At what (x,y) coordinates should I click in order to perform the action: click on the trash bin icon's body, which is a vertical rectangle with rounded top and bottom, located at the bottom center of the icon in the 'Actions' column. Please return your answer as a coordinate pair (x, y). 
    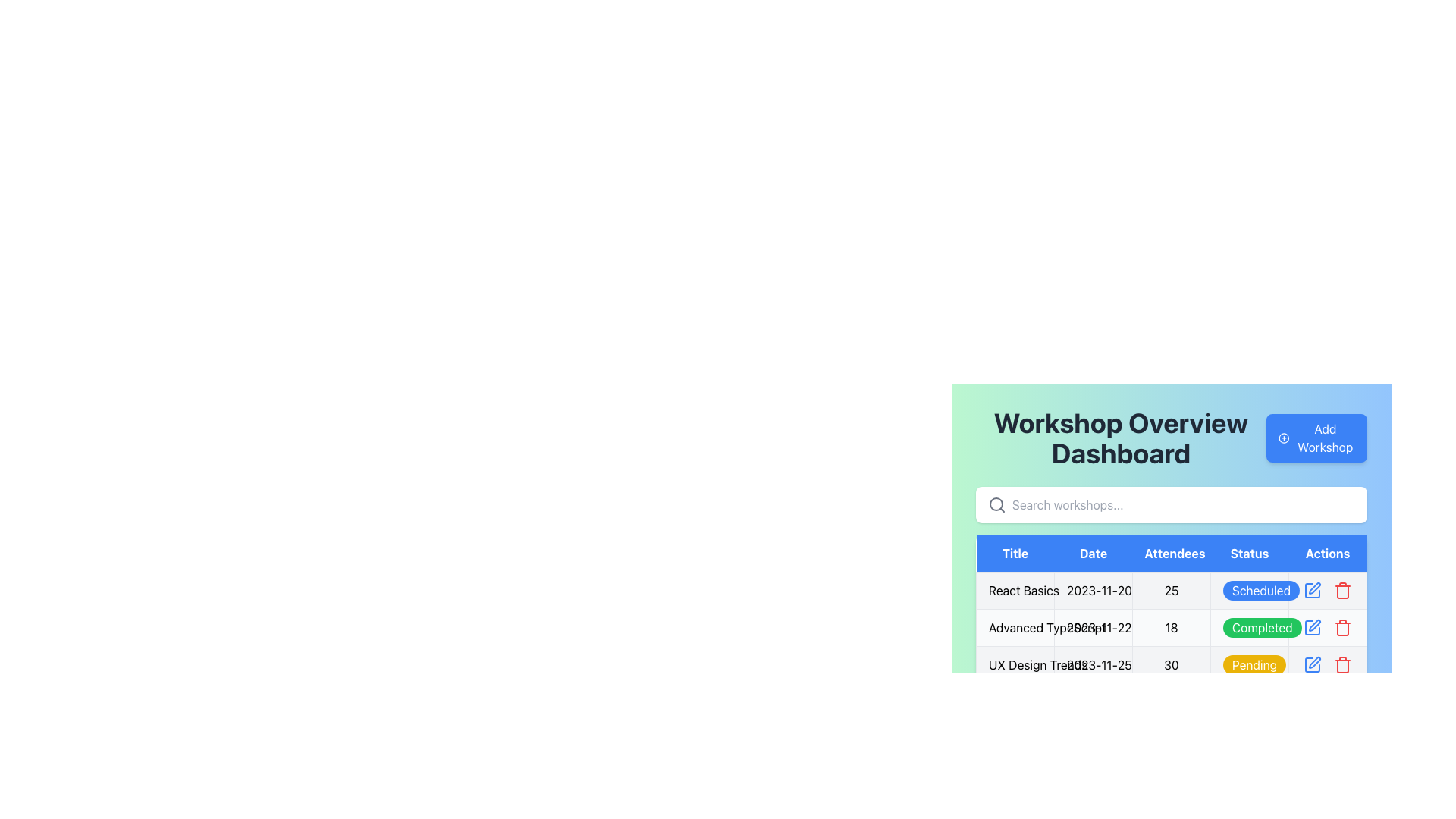
    Looking at the image, I should click on (1343, 591).